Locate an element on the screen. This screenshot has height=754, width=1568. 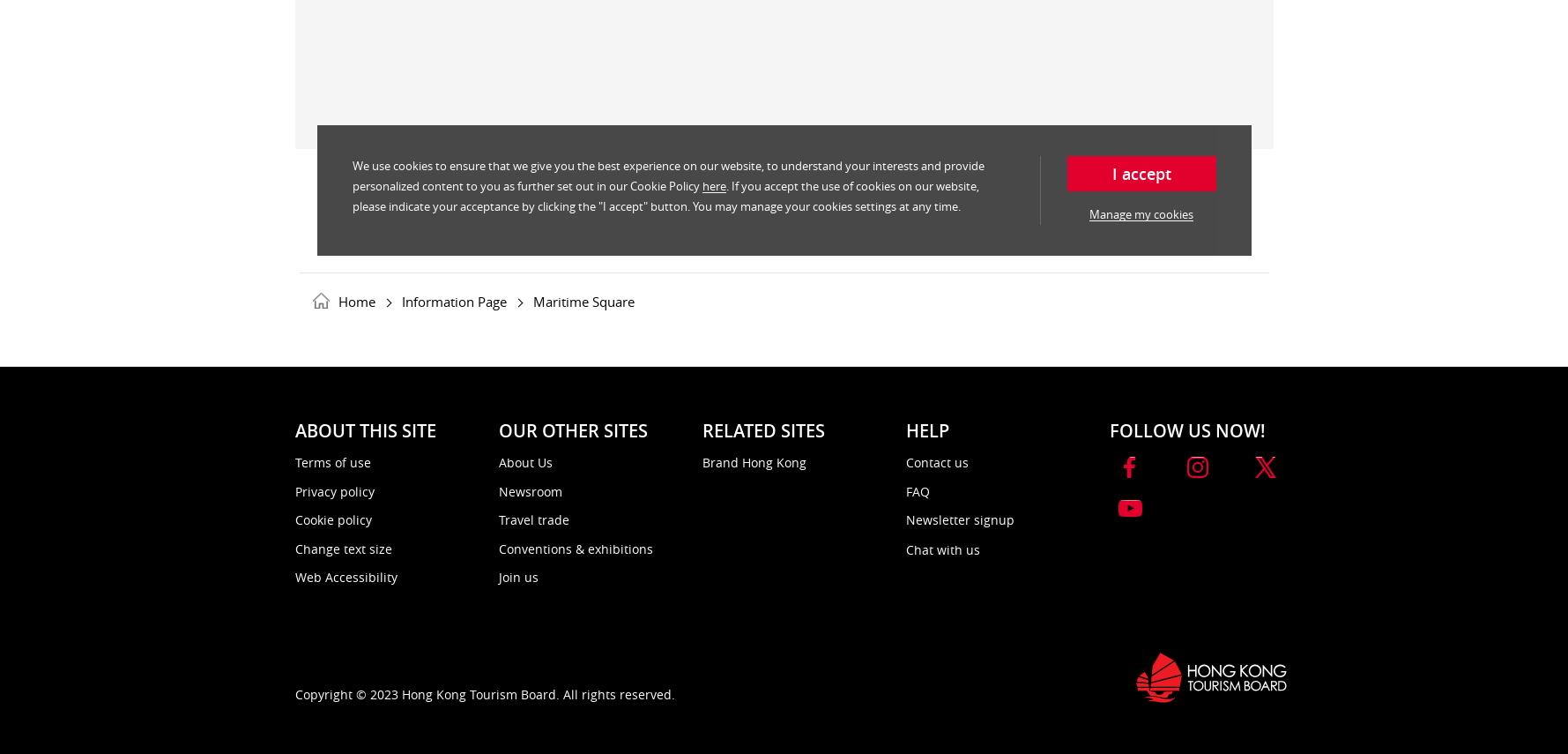
'FAQ' is located at coordinates (916, 490).